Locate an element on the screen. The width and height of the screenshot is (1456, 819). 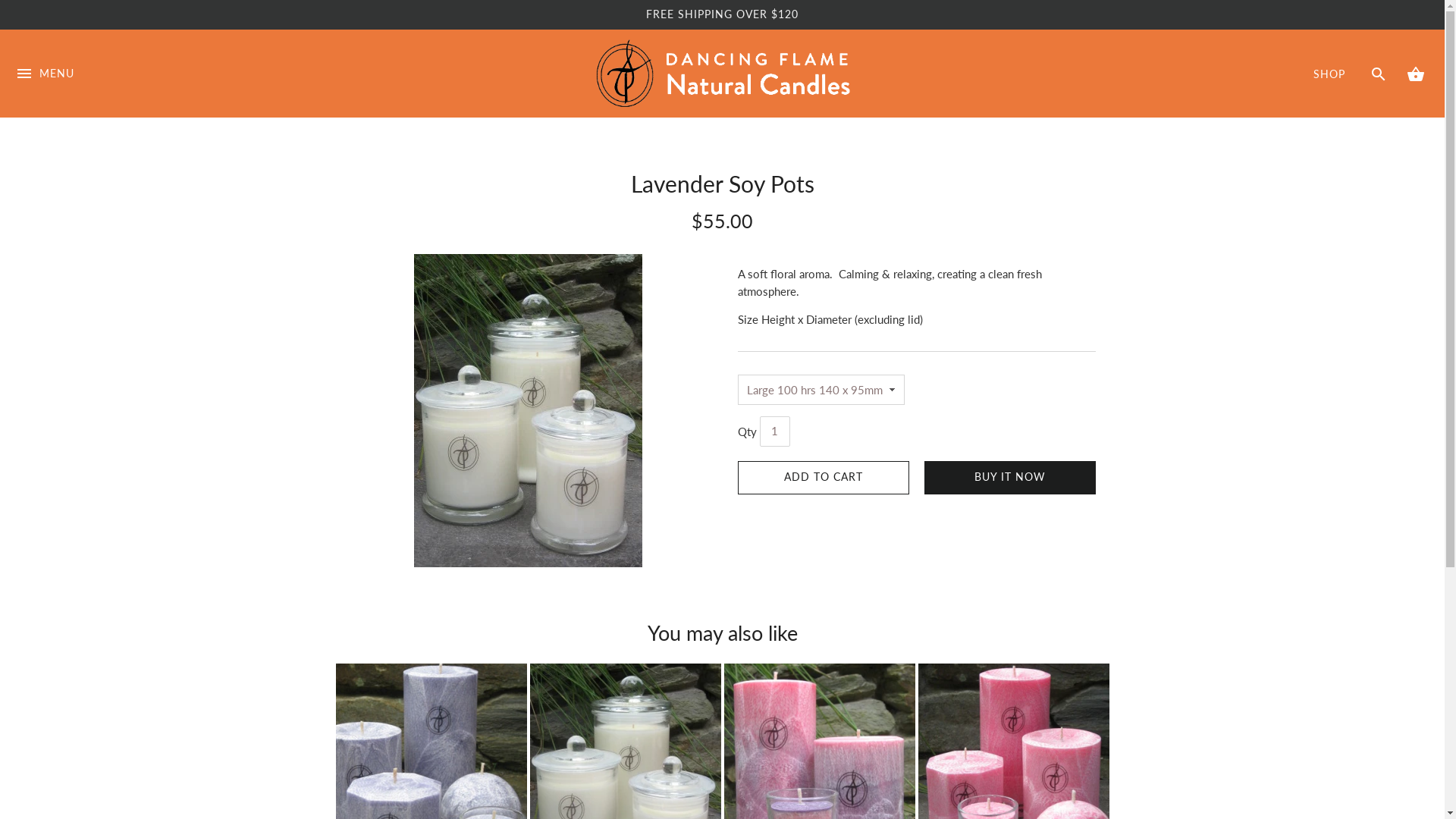
'SEARCH' is located at coordinates (1379, 73).